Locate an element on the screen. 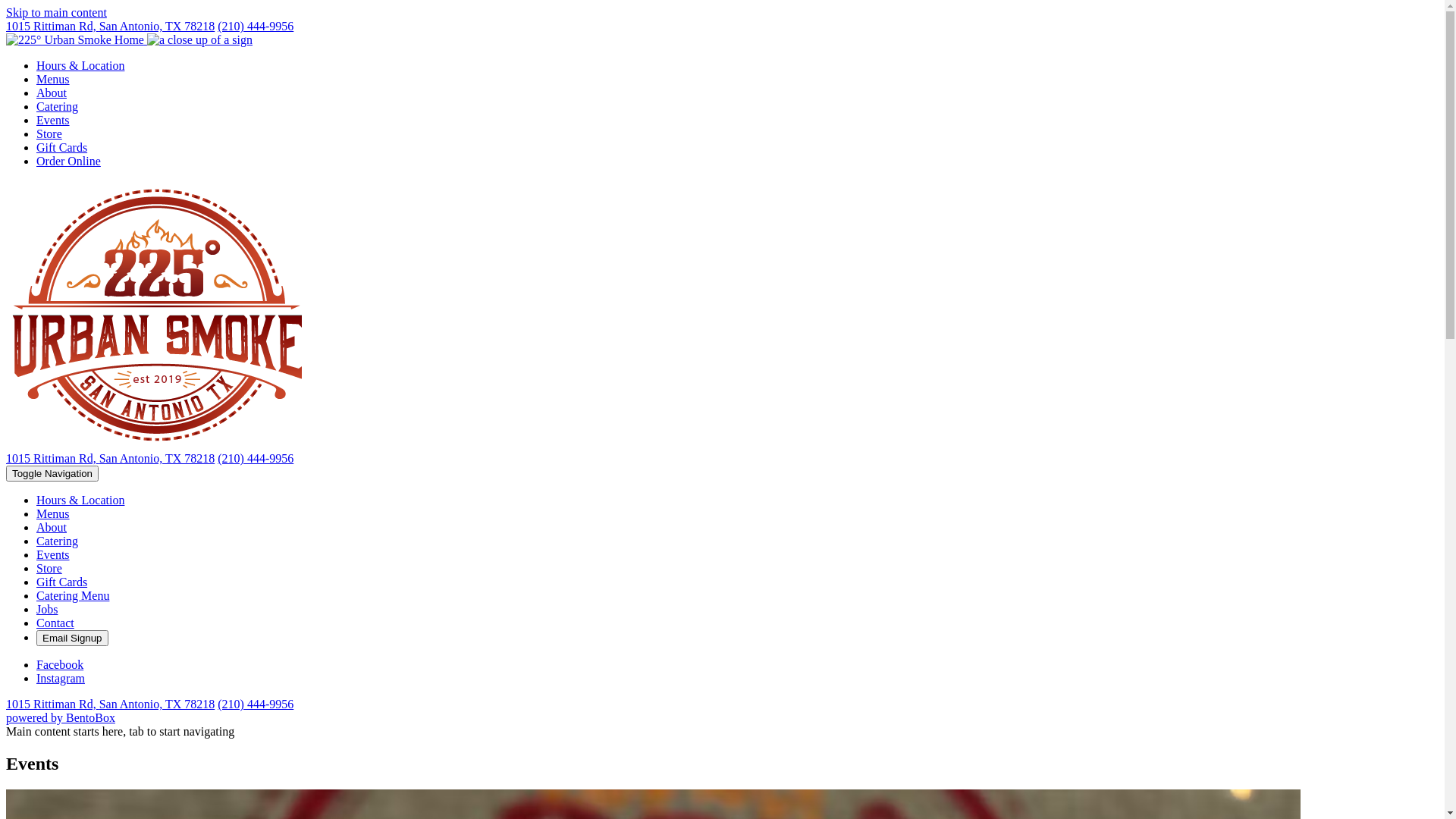  'Skip to main content' is located at coordinates (6, 12).